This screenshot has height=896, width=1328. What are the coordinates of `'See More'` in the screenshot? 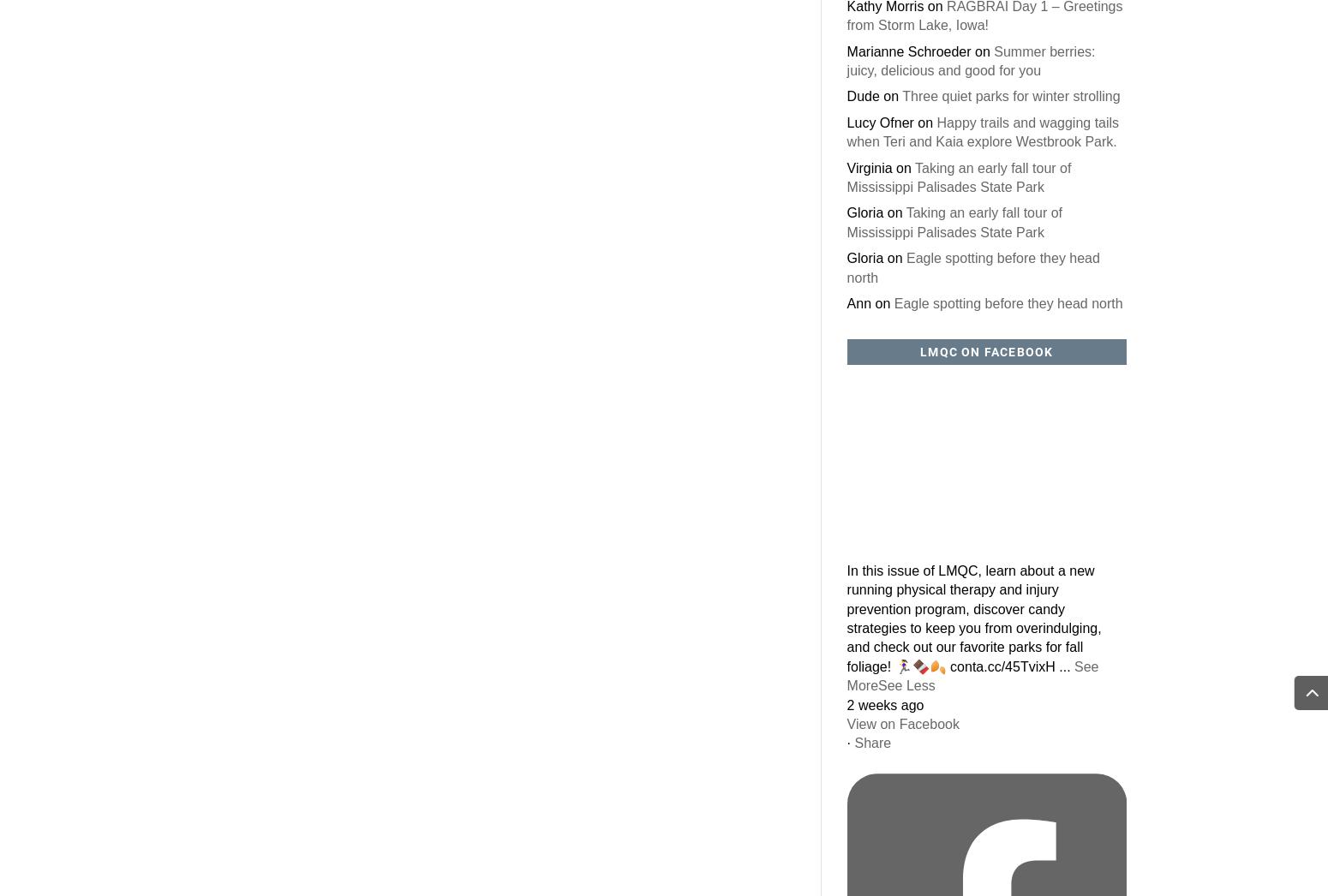 It's located at (972, 675).